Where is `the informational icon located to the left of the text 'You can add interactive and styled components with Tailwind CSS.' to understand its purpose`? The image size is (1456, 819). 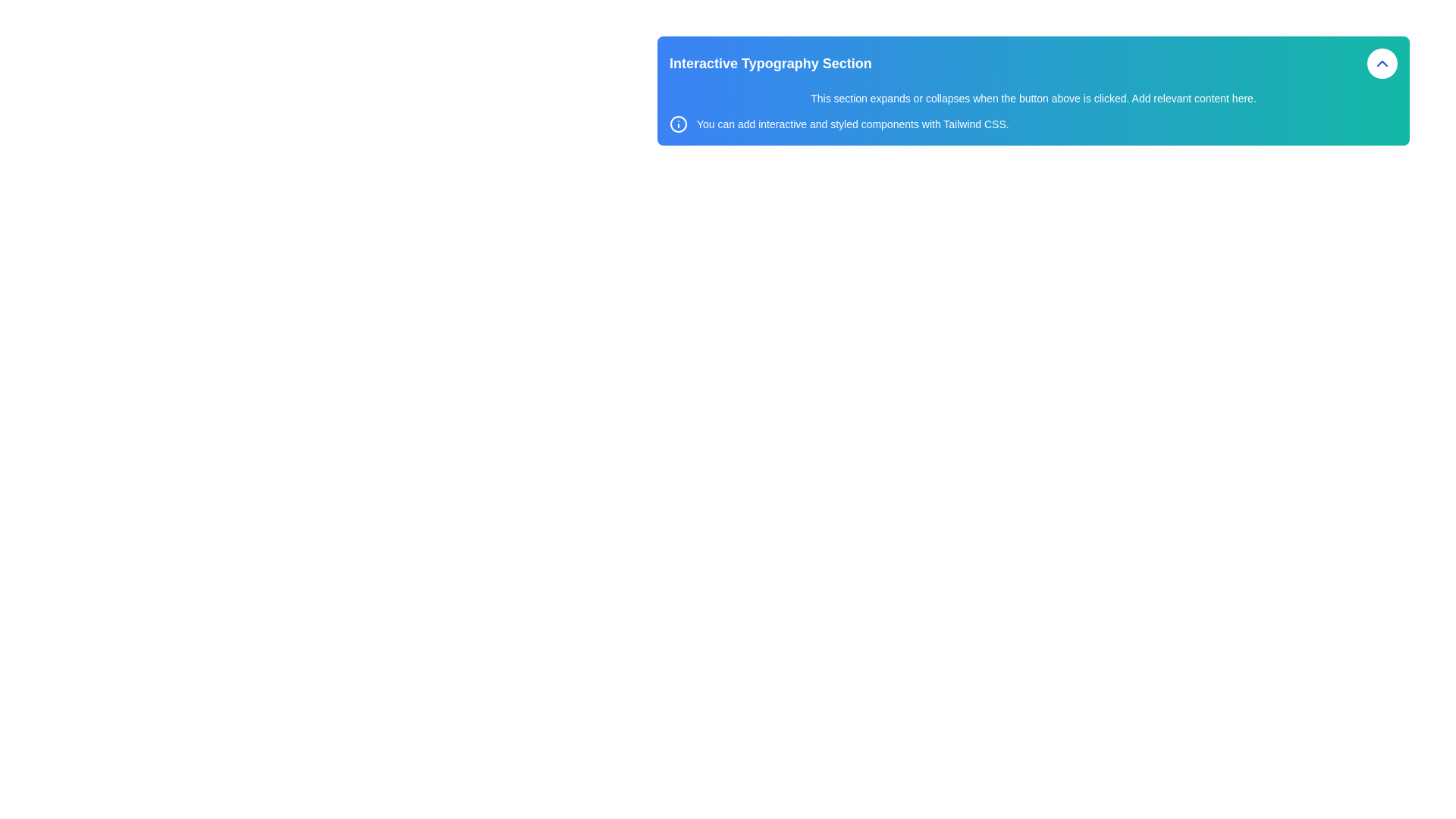 the informational icon located to the left of the text 'You can add interactive and styled components with Tailwind CSS.' to understand its purpose is located at coordinates (677, 124).